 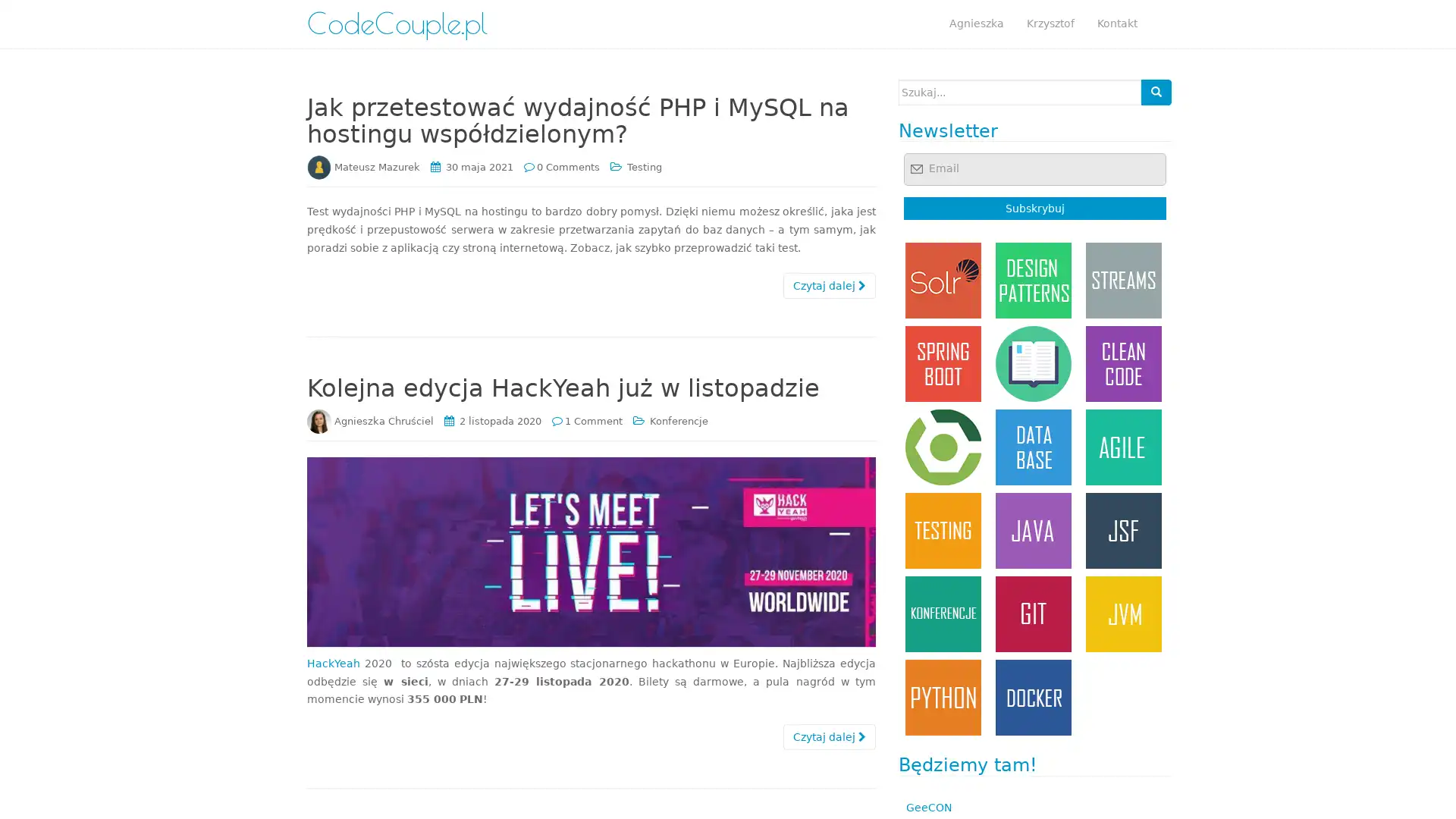 I want to click on Subskrybuj, so click(x=1034, y=208).